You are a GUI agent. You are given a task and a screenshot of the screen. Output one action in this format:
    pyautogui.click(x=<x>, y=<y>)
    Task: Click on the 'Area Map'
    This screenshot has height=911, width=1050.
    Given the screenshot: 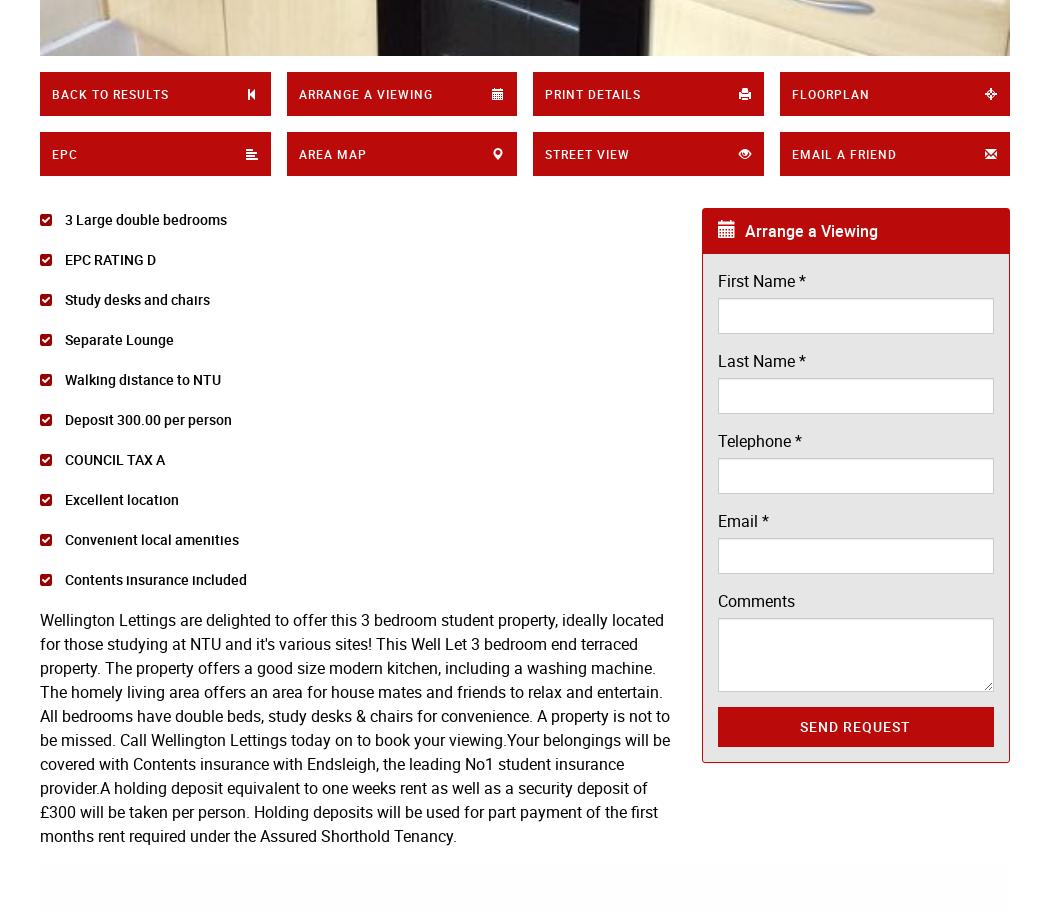 What is the action you would take?
    pyautogui.click(x=332, y=153)
    